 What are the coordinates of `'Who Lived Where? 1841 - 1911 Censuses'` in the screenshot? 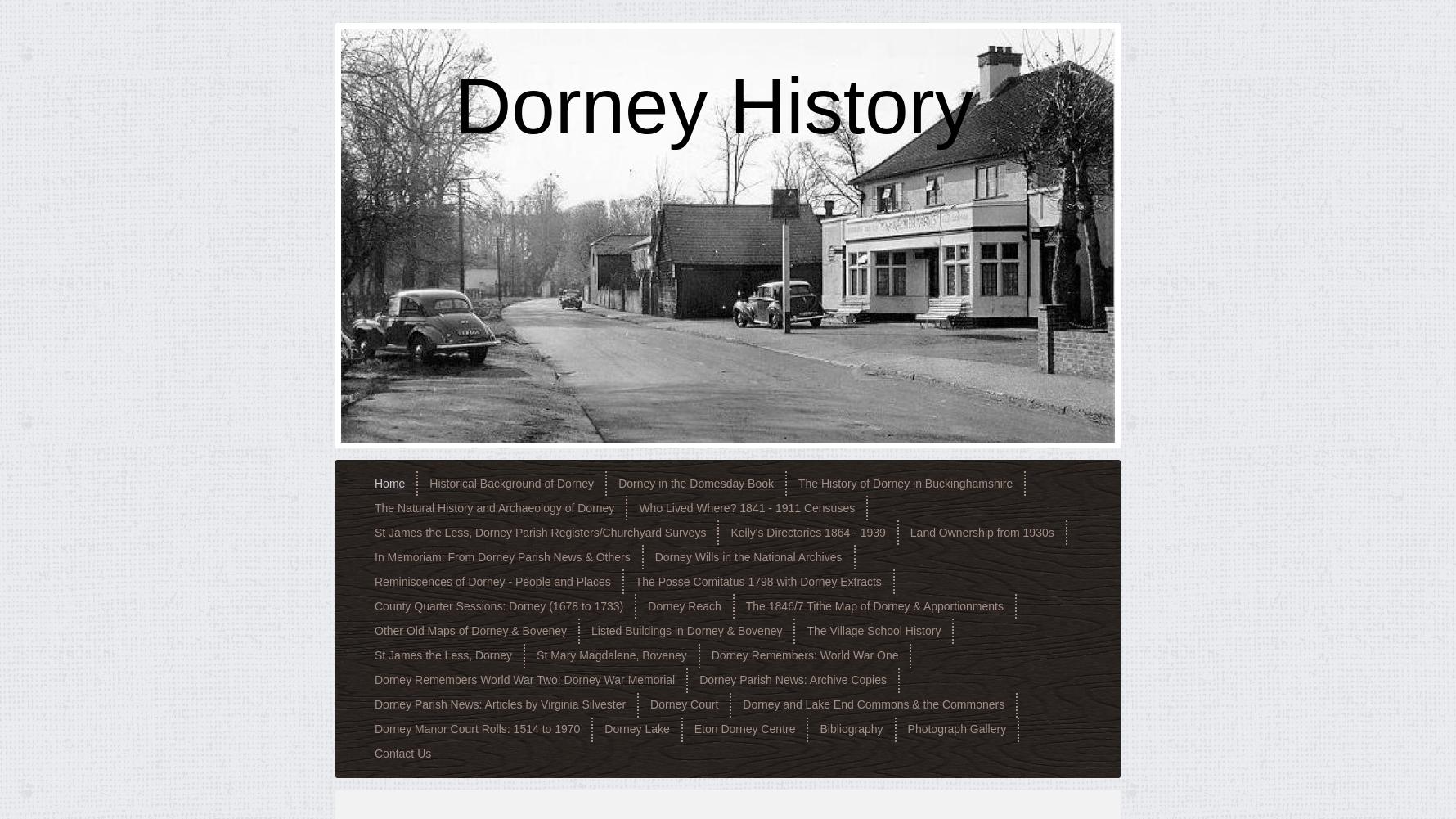 It's located at (639, 507).